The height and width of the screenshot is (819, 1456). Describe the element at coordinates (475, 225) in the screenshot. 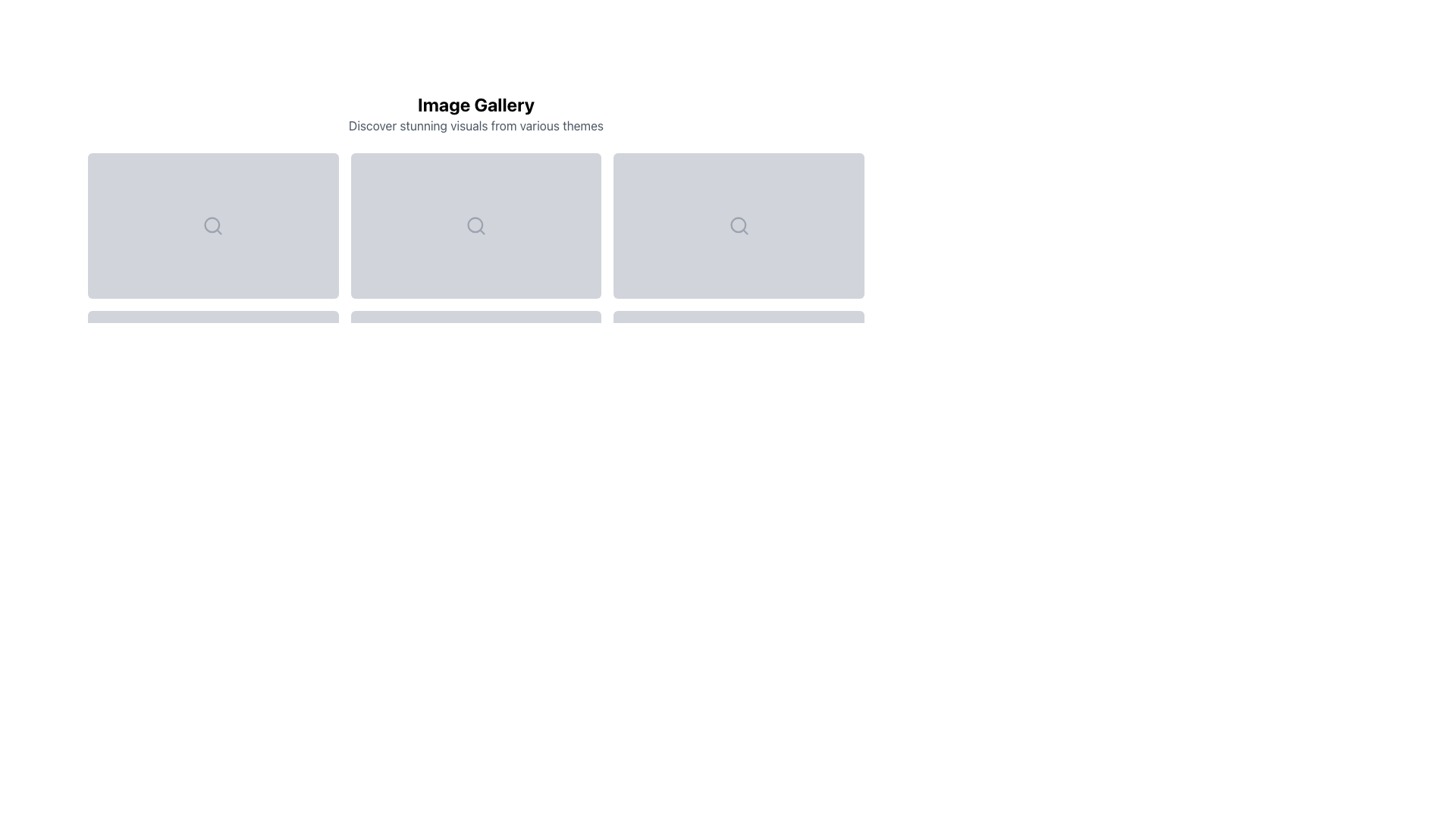

I see `on the Card component displaying an image preview in the second column of the first row of the grid layout` at that location.